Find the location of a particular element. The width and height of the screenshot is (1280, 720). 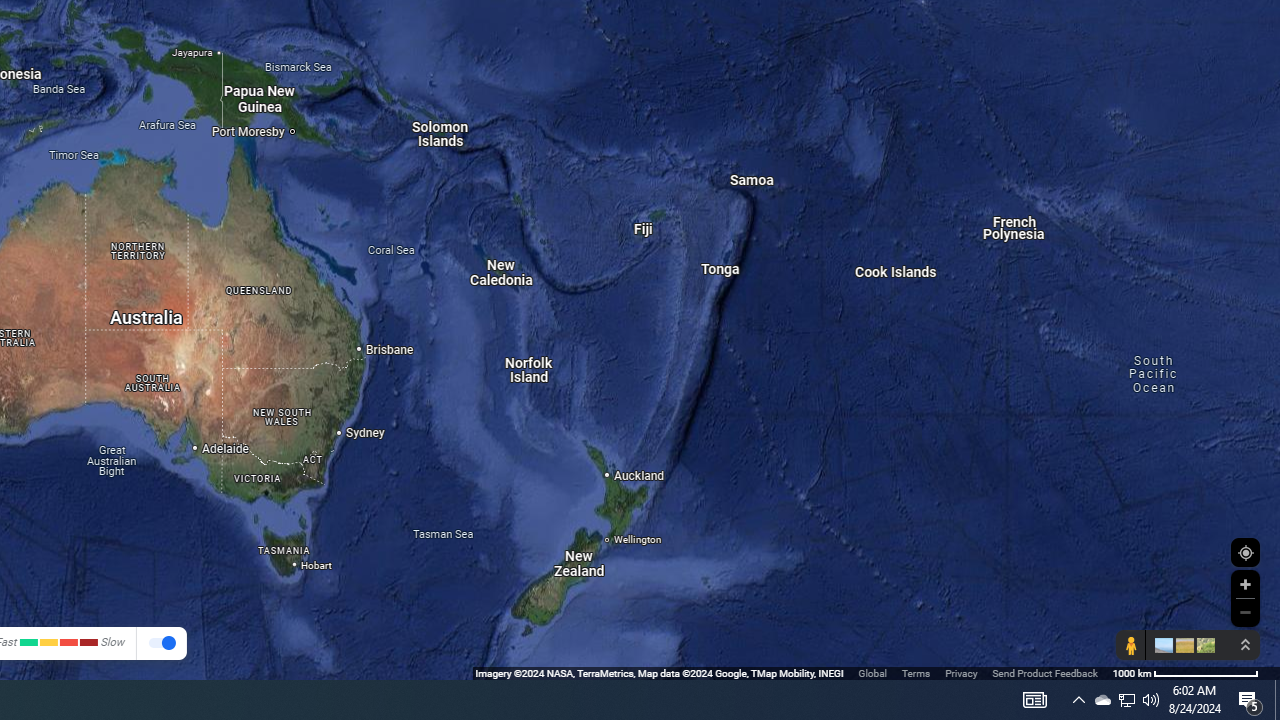

'1000 km' is located at coordinates (1185, 673).